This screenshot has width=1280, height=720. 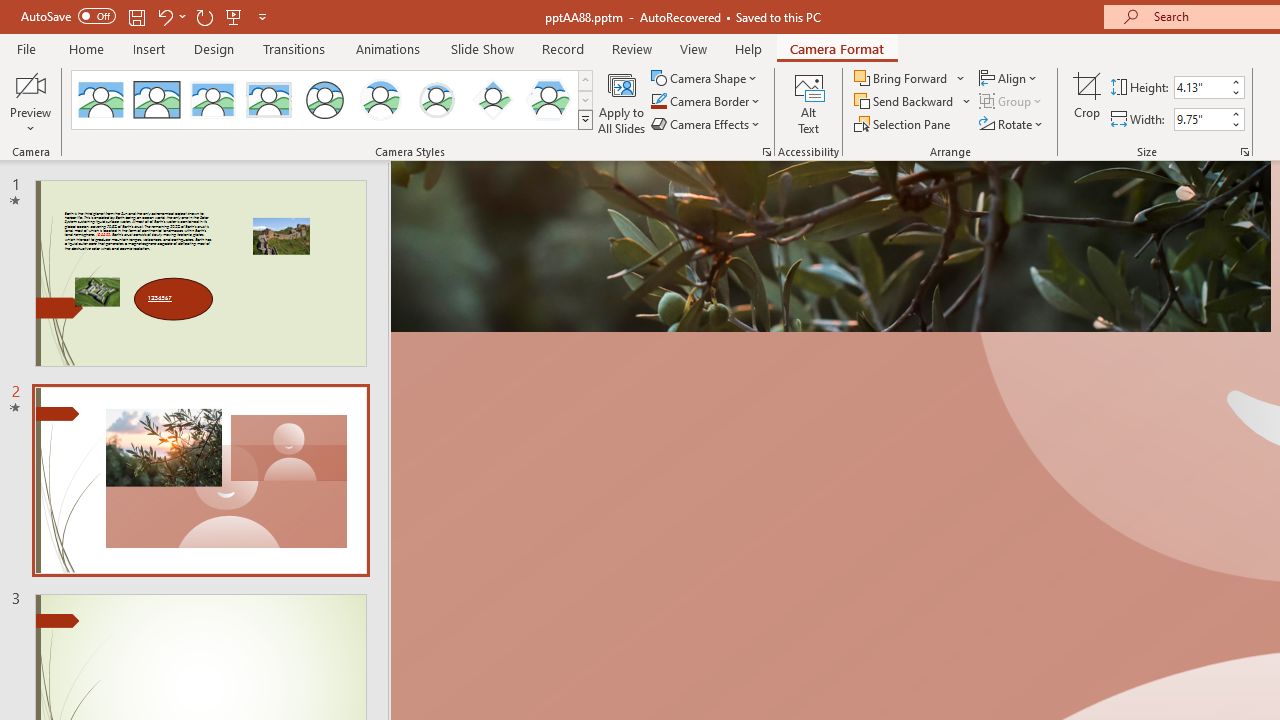 I want to click on 'Soft Edge Circle', so click(x=436, y=100).